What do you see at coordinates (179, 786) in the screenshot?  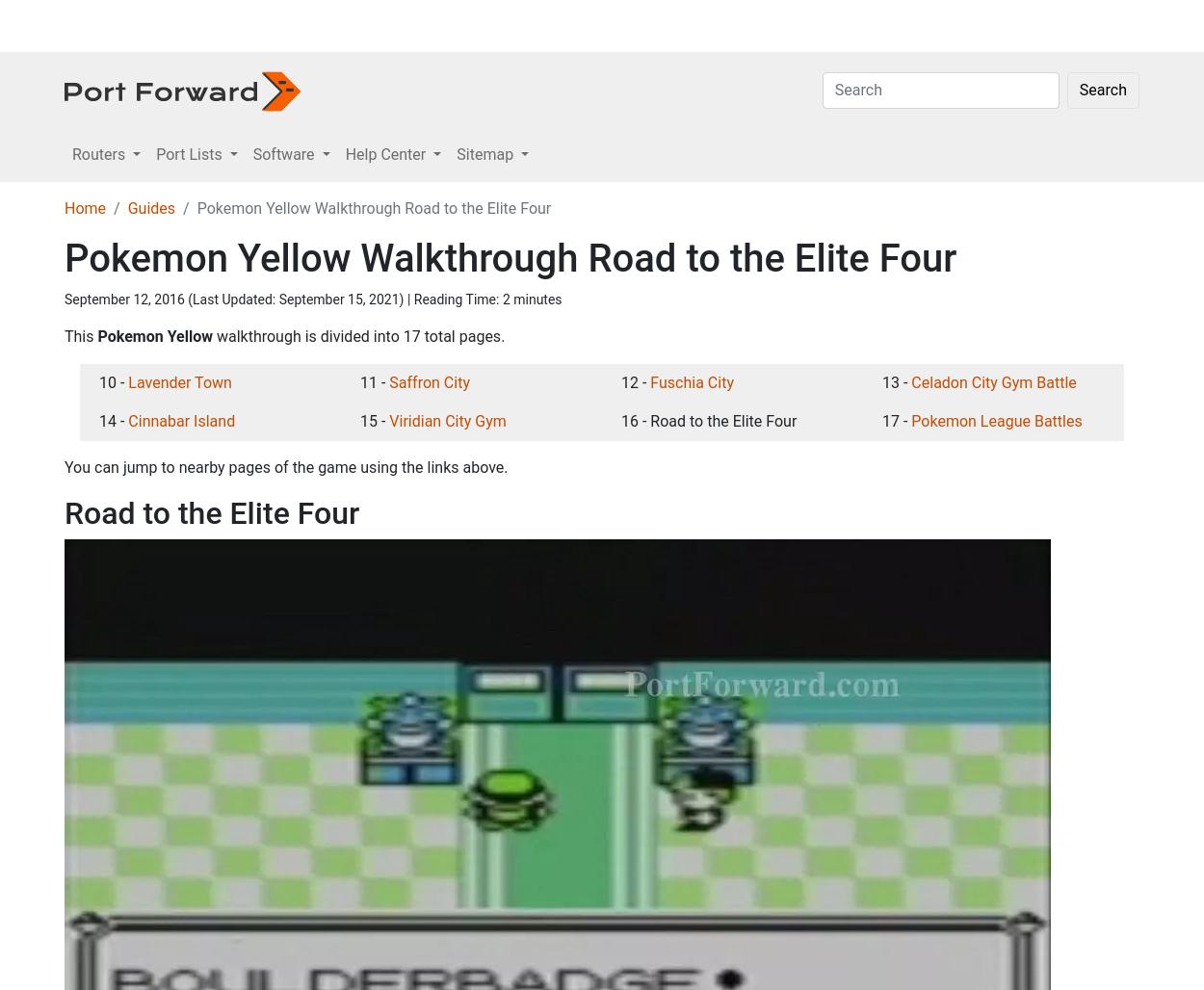 I see `'Lavender Town'` at bounding box center [179, 786].